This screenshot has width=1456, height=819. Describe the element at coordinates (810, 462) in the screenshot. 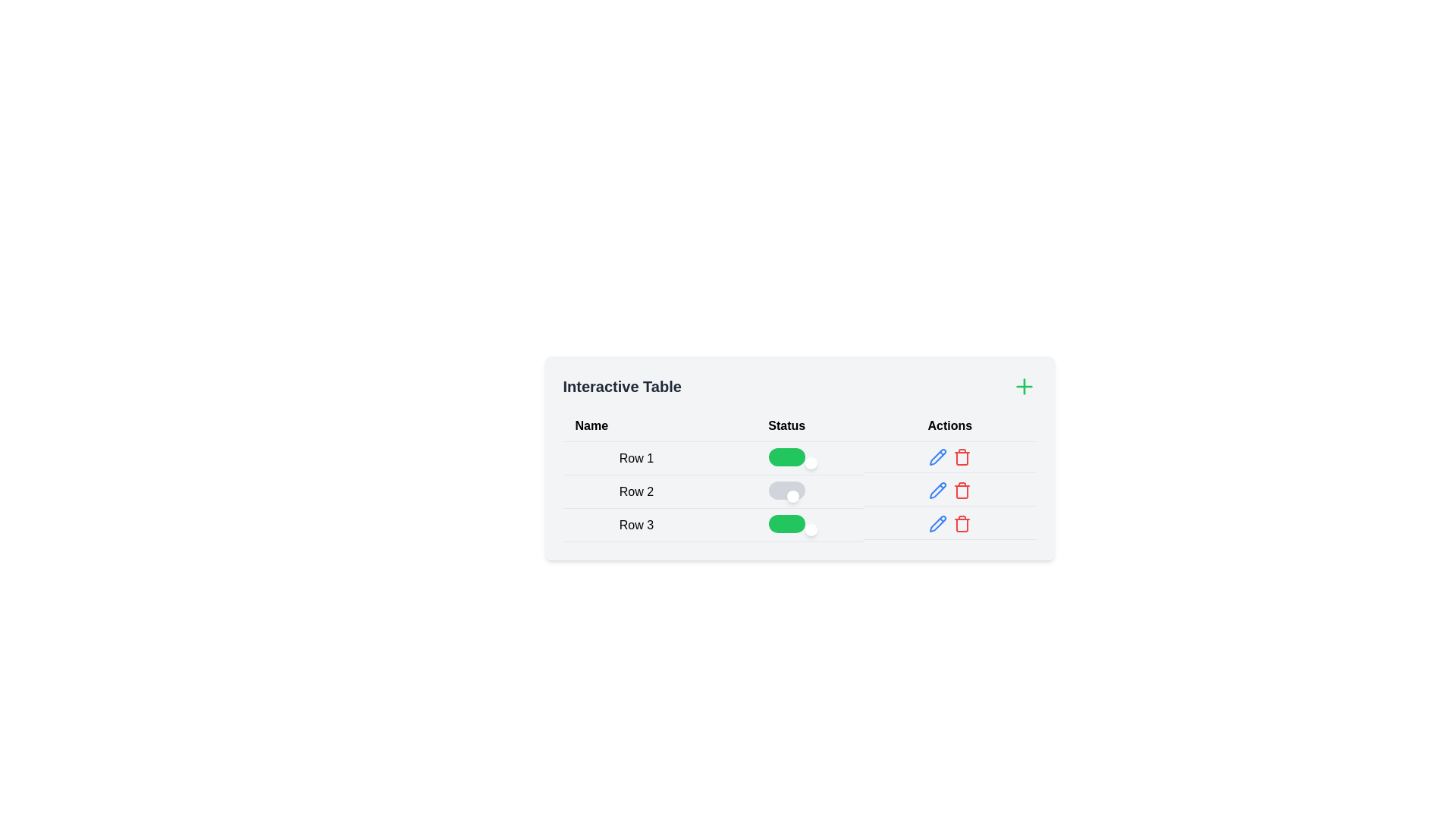

I see `the circular knob of the toggle switch located on the right side of the green rounded rectangle in the 'Status' column of 'Row 1'` at that location.